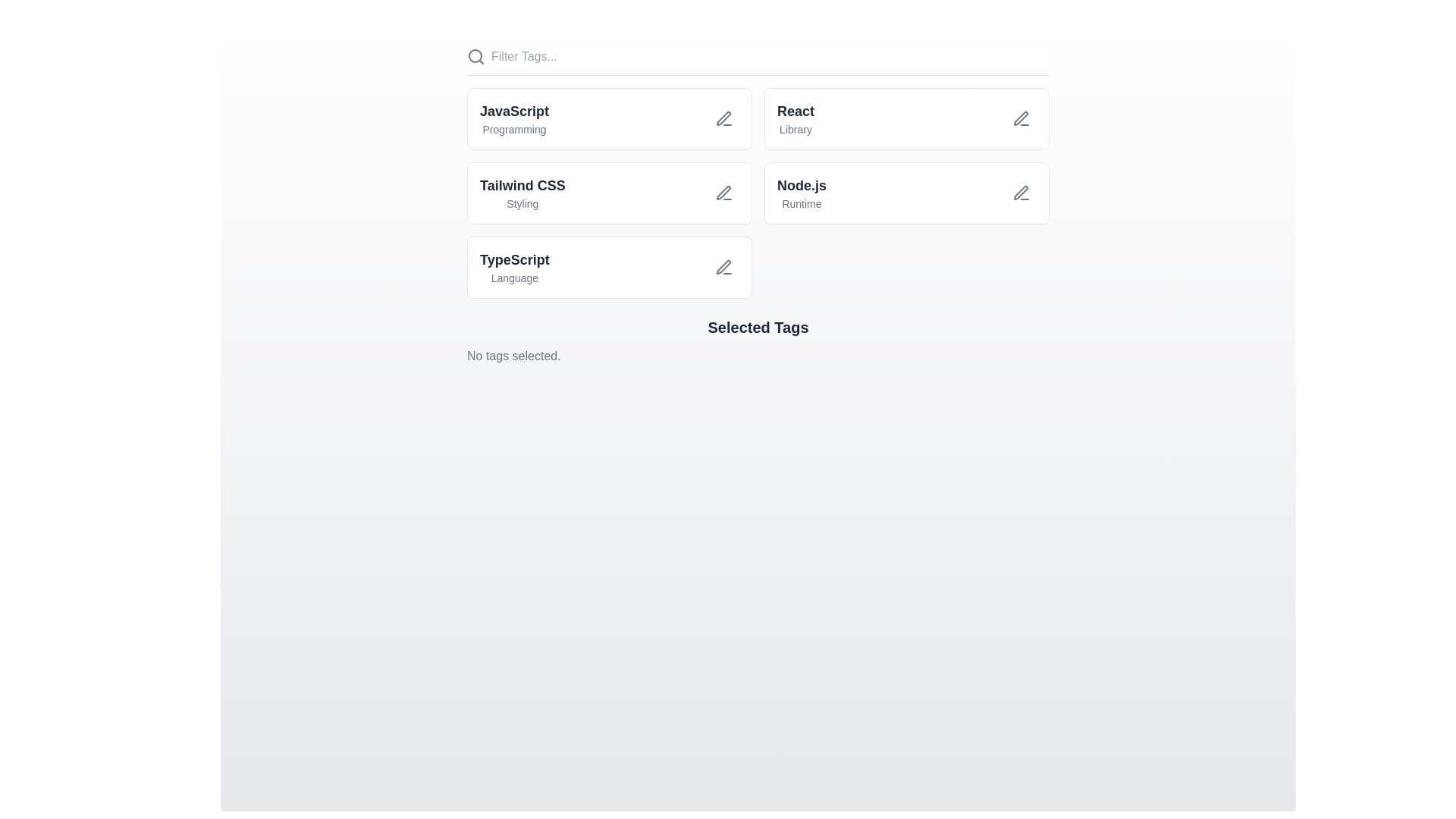  Describe the element at coordinates (795, 128) in the screenshot. I see `the static text label displaying 'Library', which is located beneath the larger label 'React' in the top-right section of the interface` at that location.